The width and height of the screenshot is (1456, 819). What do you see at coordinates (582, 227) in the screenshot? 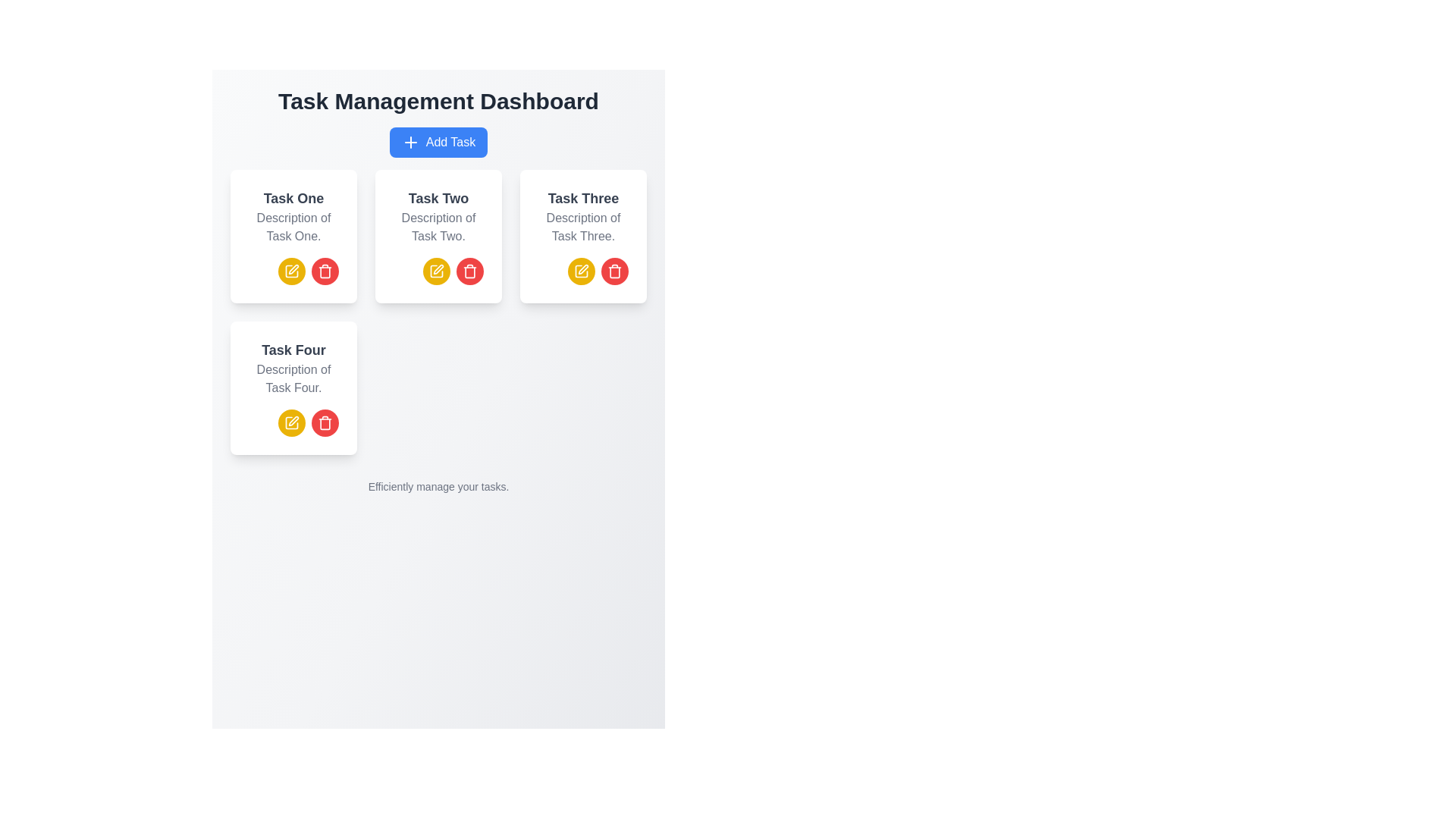
I see `static text element that displays 'Description of Task Three.' This element is positioned below the title 'Task Three' and above the interactive buttons within the third task card on the task management dashboard` at bounding box center [582, 227].